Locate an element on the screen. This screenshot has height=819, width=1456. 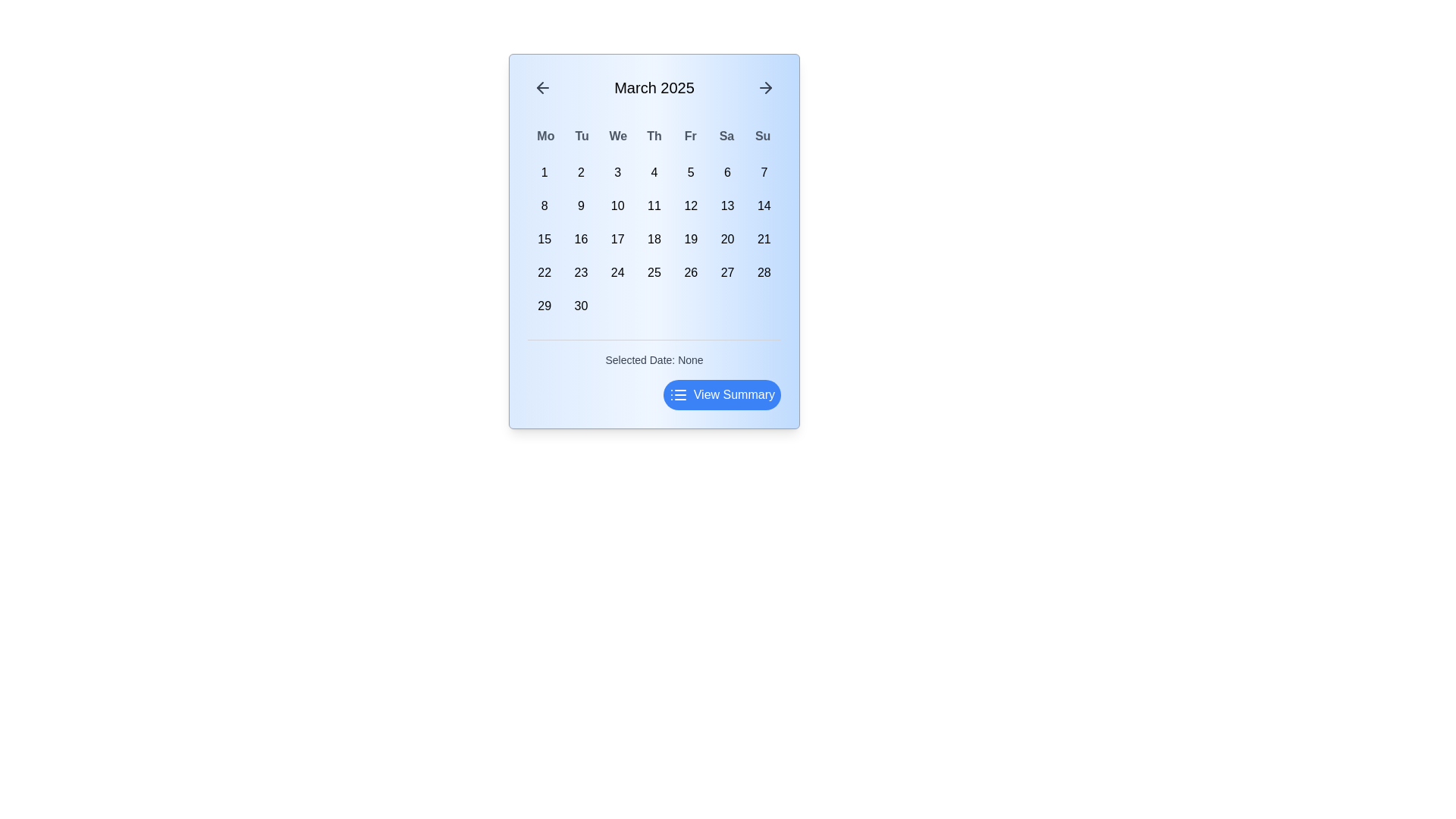
the circular button labeled '28' with a light-gray hover effect, located in the last position of the fourth row in a 7-column grid under the 'Su' header is located at coordinates (764, 271).